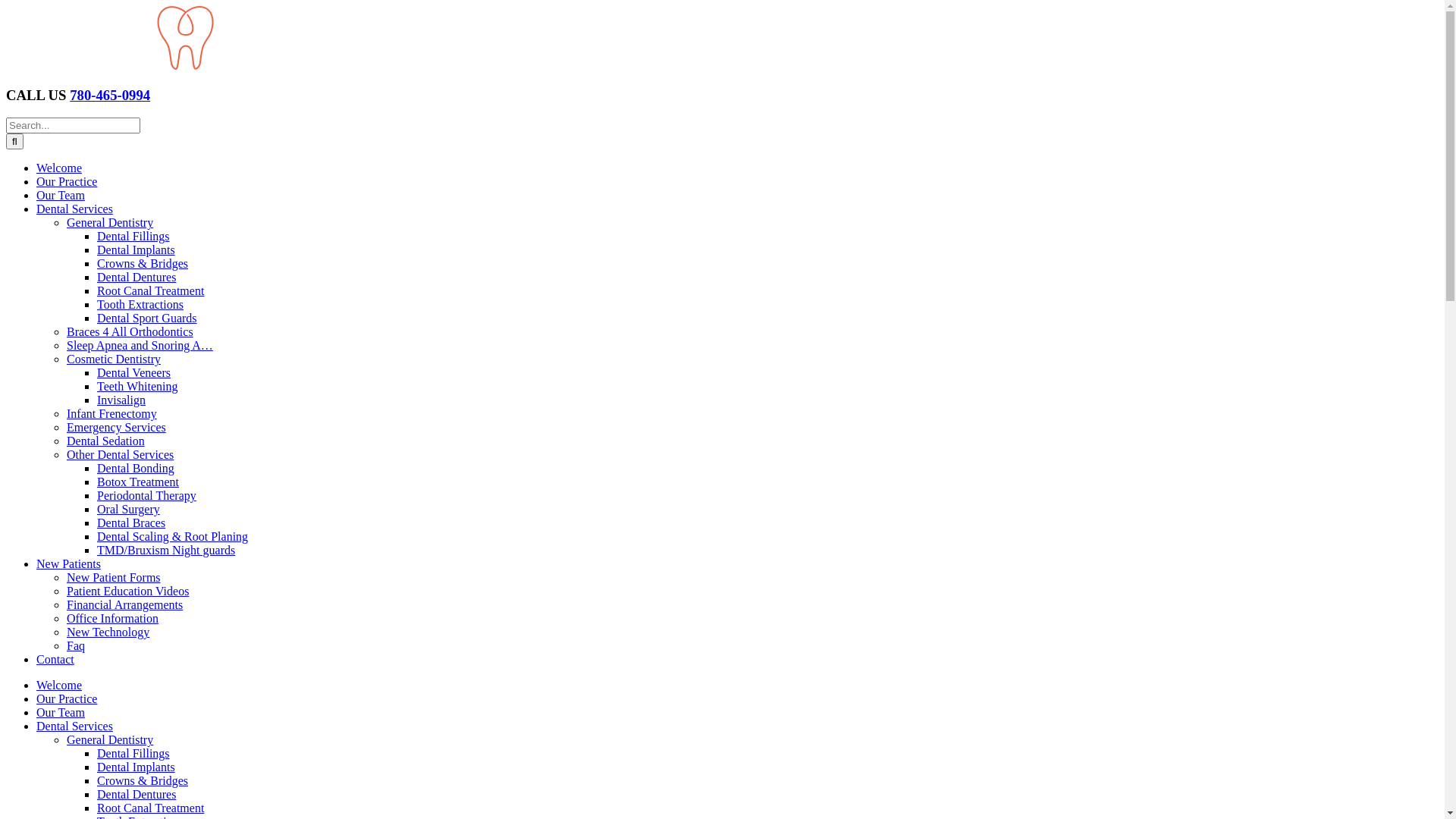  I want to click on 'Skip to content', so click(5, 5).